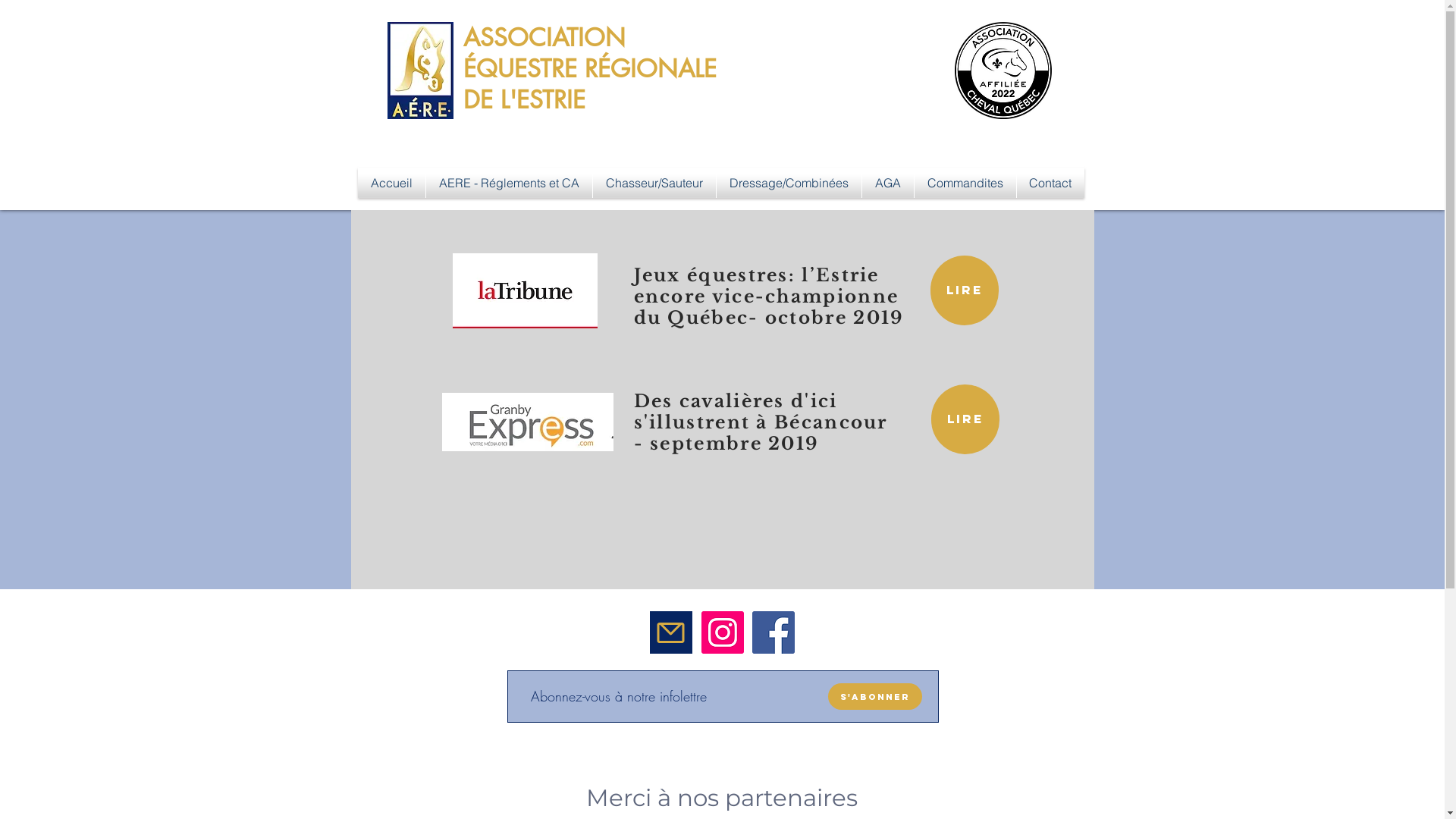 The width and height of the screenshot is (1456, 819). What do you see at coordinates (964, 181) in the screenshot?
I see `'Commandites'` at bounding box center [964, 181].